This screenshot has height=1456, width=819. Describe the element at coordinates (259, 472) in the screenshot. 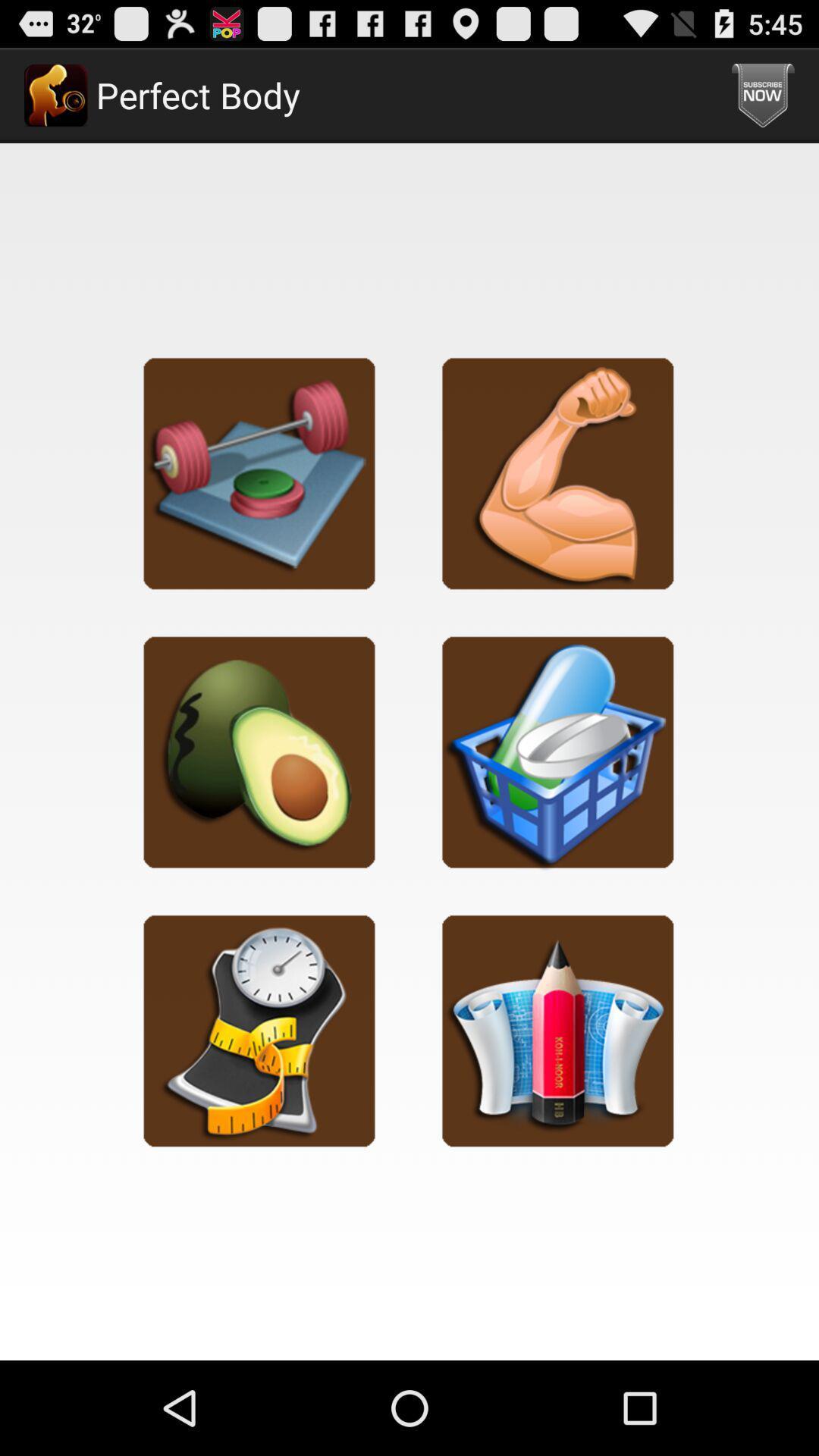

I see `exercise` at that location.